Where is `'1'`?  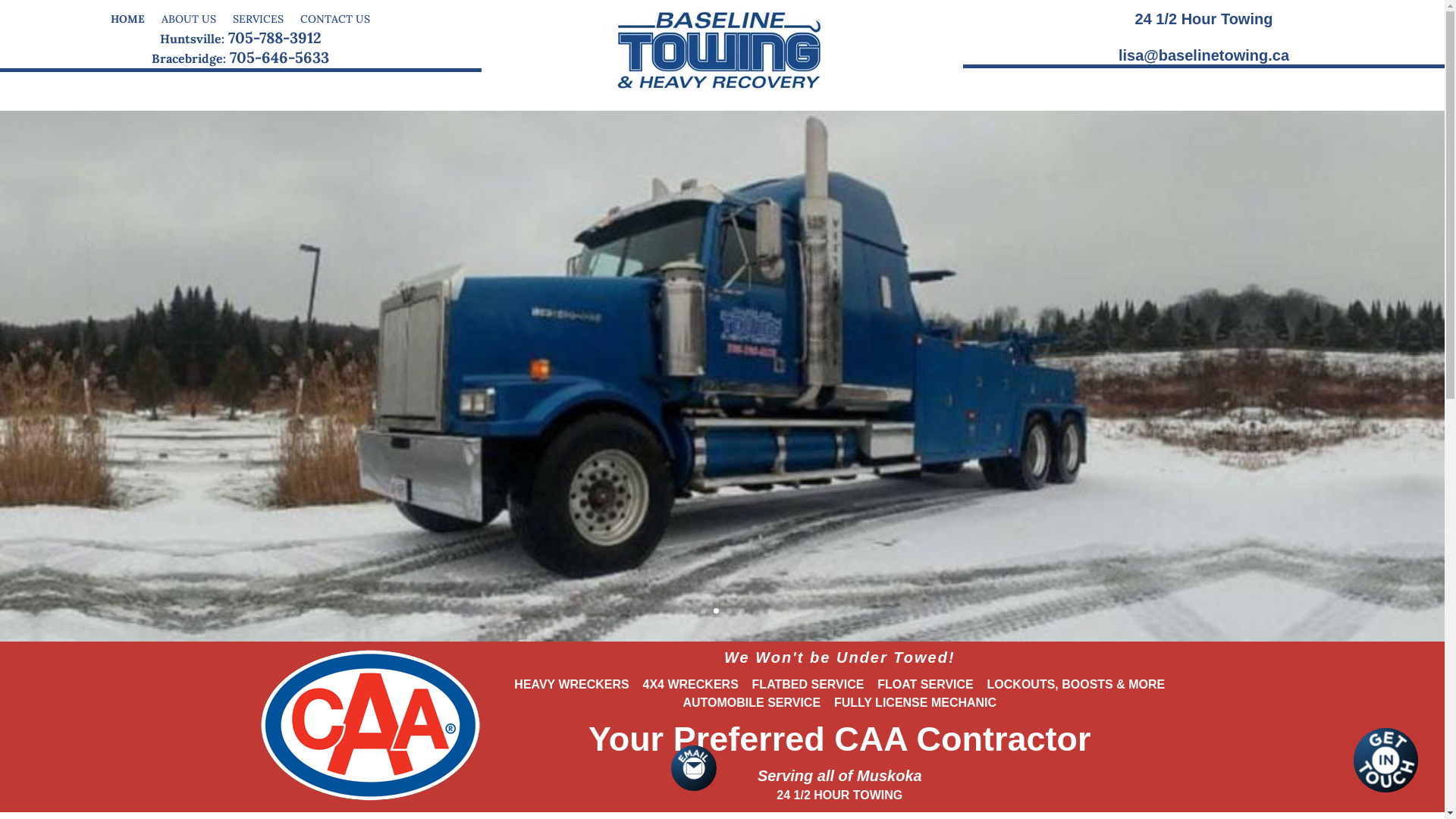 '1' is located at coordinates (702, 610).